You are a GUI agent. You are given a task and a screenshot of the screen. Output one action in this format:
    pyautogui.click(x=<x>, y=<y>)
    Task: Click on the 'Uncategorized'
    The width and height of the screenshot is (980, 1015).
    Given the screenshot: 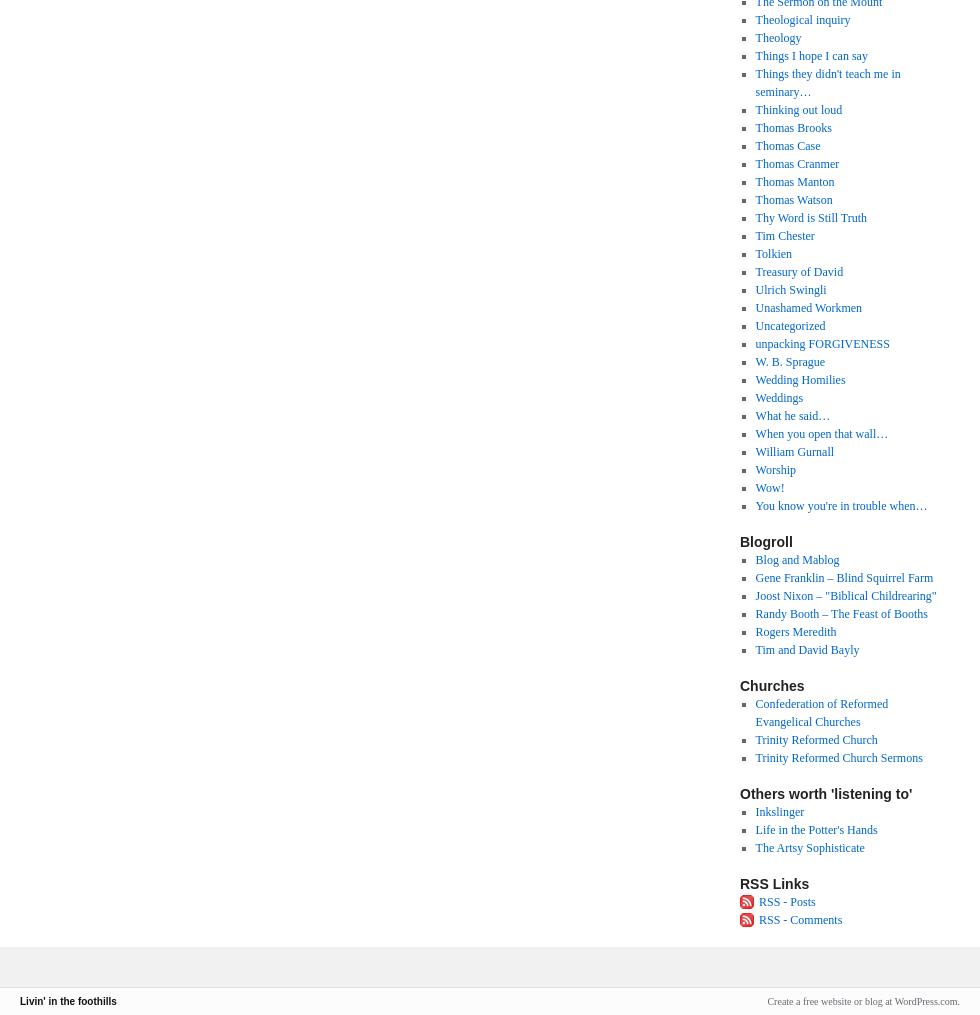 What is the action you would take?
    pyautogui.click(x=789, y=325)
    